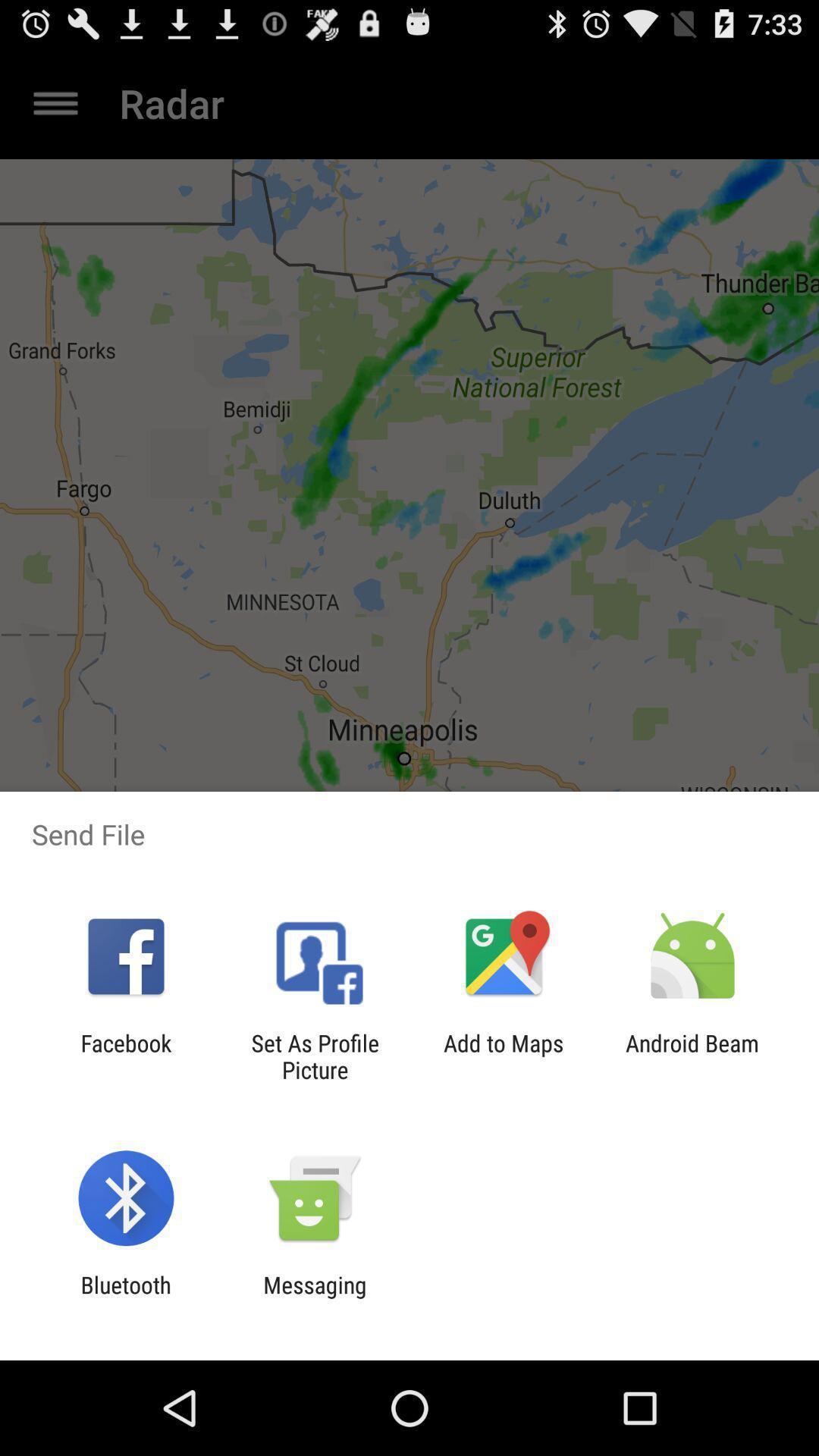  What do you see at coordinates (504, 1056) in the screenshot?
I see `item to the left of android beam` at bounding box center [504, 1056].